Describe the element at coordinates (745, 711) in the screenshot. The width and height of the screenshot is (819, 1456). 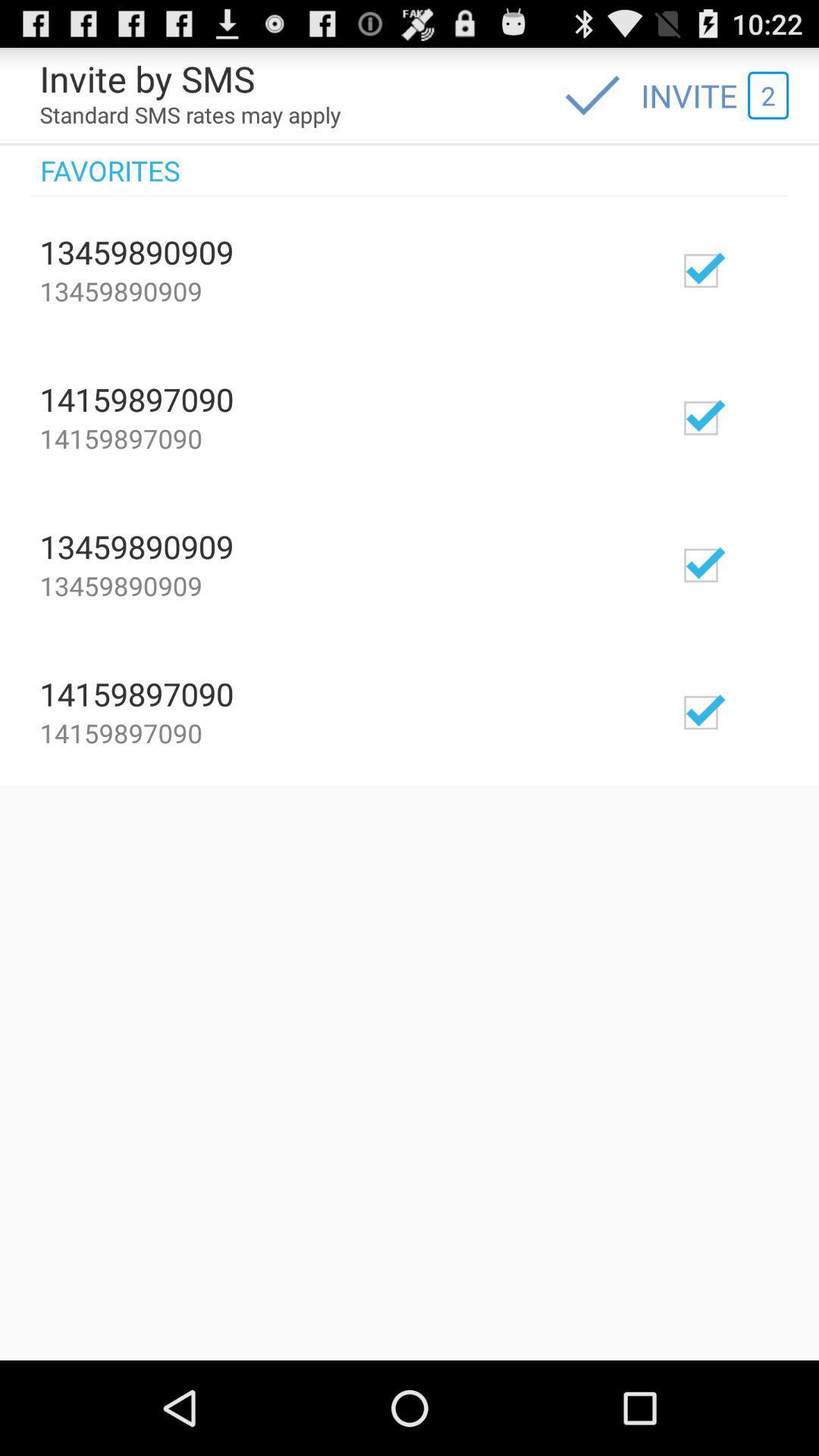
I see `invite 14159897090 to your sms` at that location.